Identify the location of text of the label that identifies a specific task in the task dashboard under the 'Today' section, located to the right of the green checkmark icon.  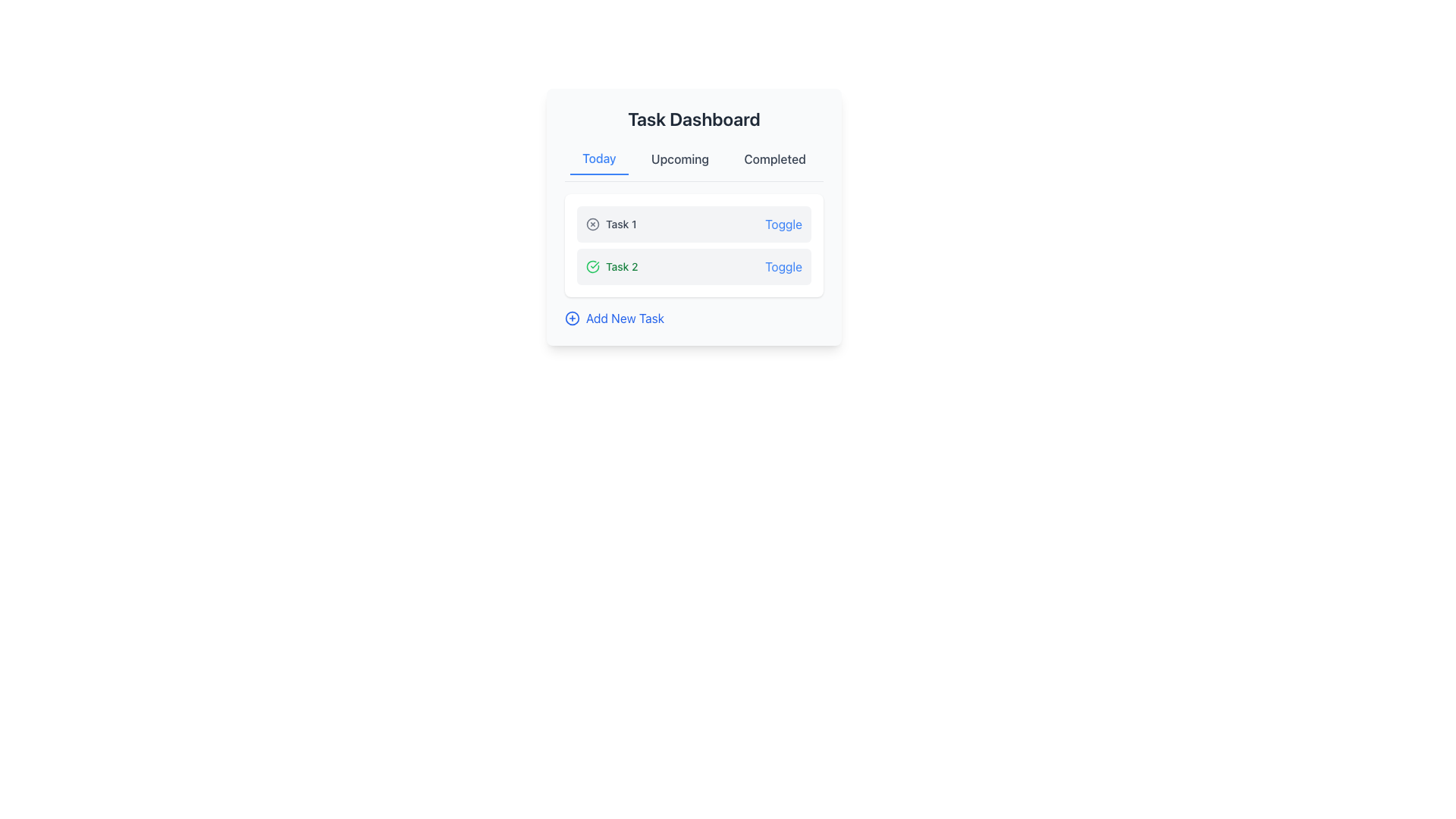
(612, 265).